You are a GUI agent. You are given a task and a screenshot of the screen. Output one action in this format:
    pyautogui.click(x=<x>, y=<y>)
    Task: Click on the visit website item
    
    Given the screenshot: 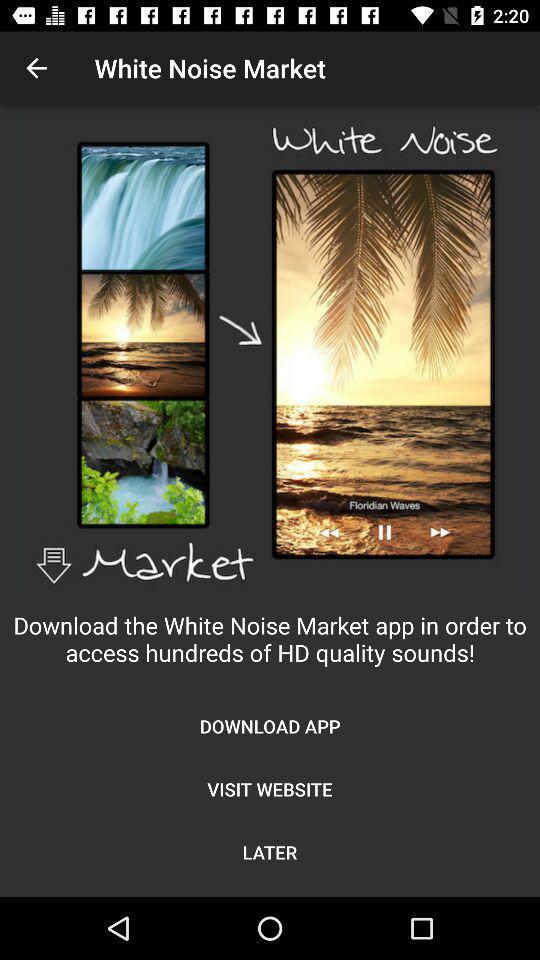 What is the action you would take?
    pyautogui.click(x=270, y=789)
    